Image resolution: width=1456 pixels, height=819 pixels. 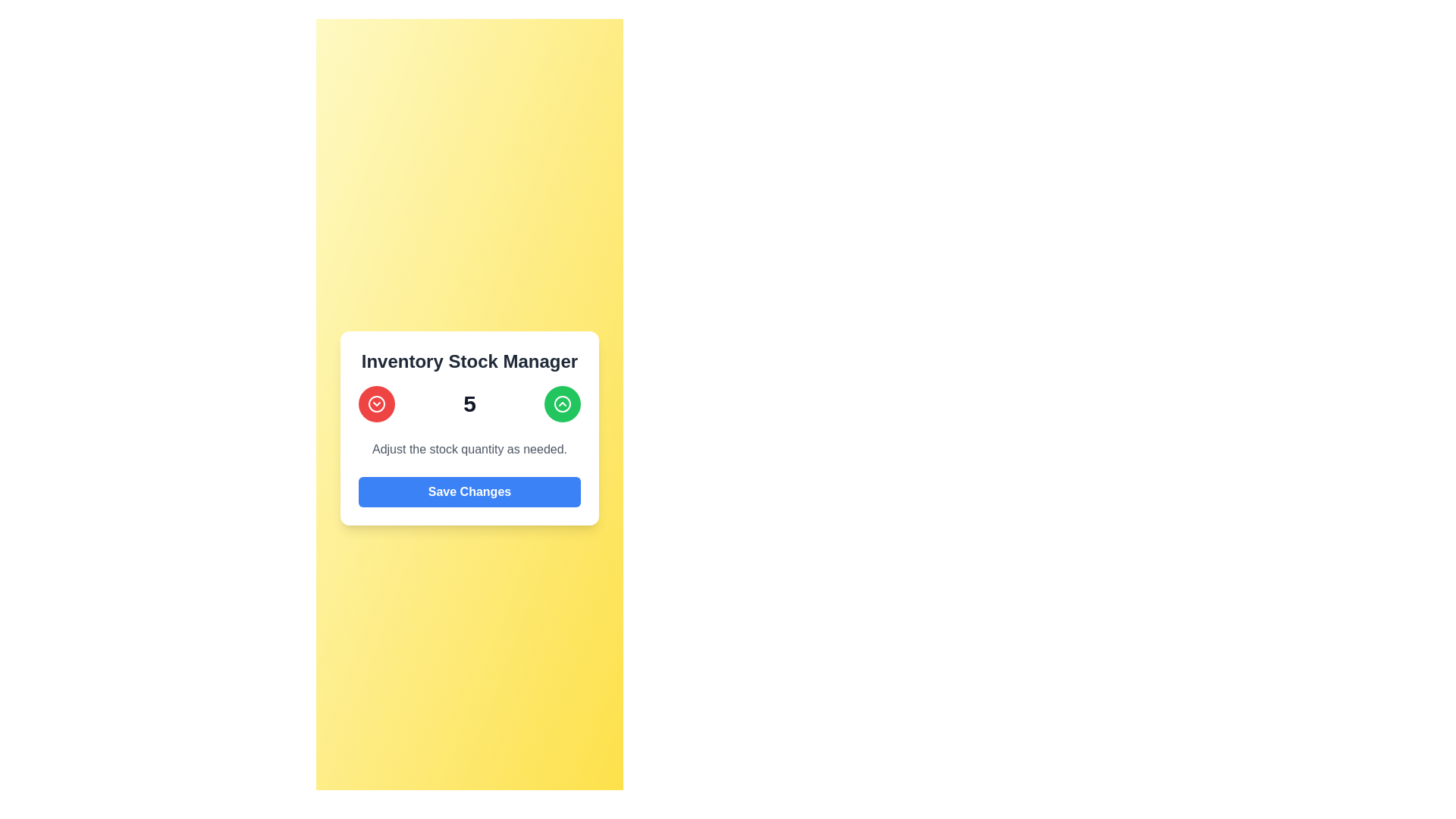 I want to click on the prominently displayed number '5' in the stock adjustment interface, which is styled in bold, dark font and positioned at the center of the Inventory Stock Manager card, so click(x=469, y=403).